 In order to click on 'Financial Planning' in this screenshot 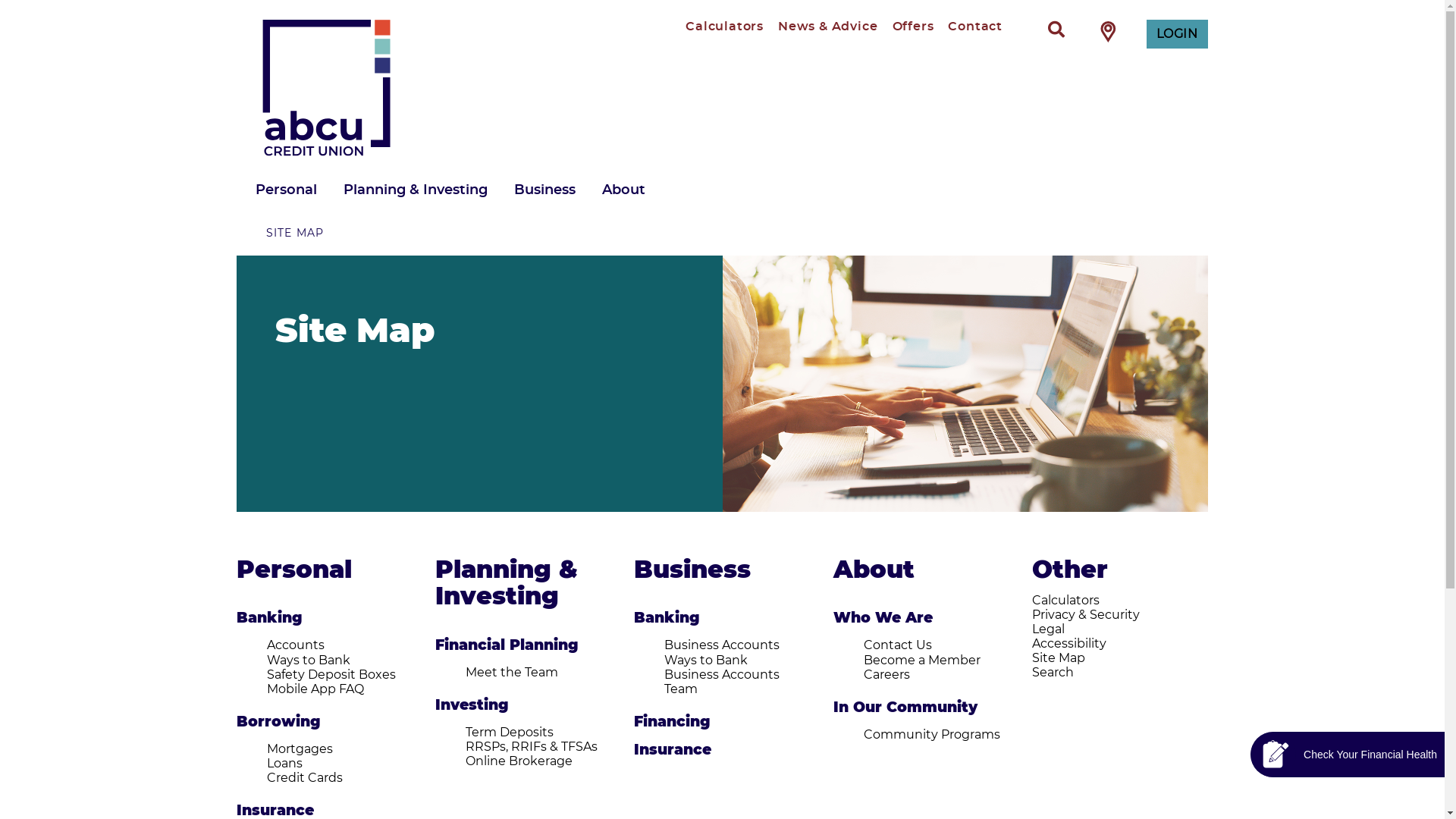, I will do `click(507, 645)`.